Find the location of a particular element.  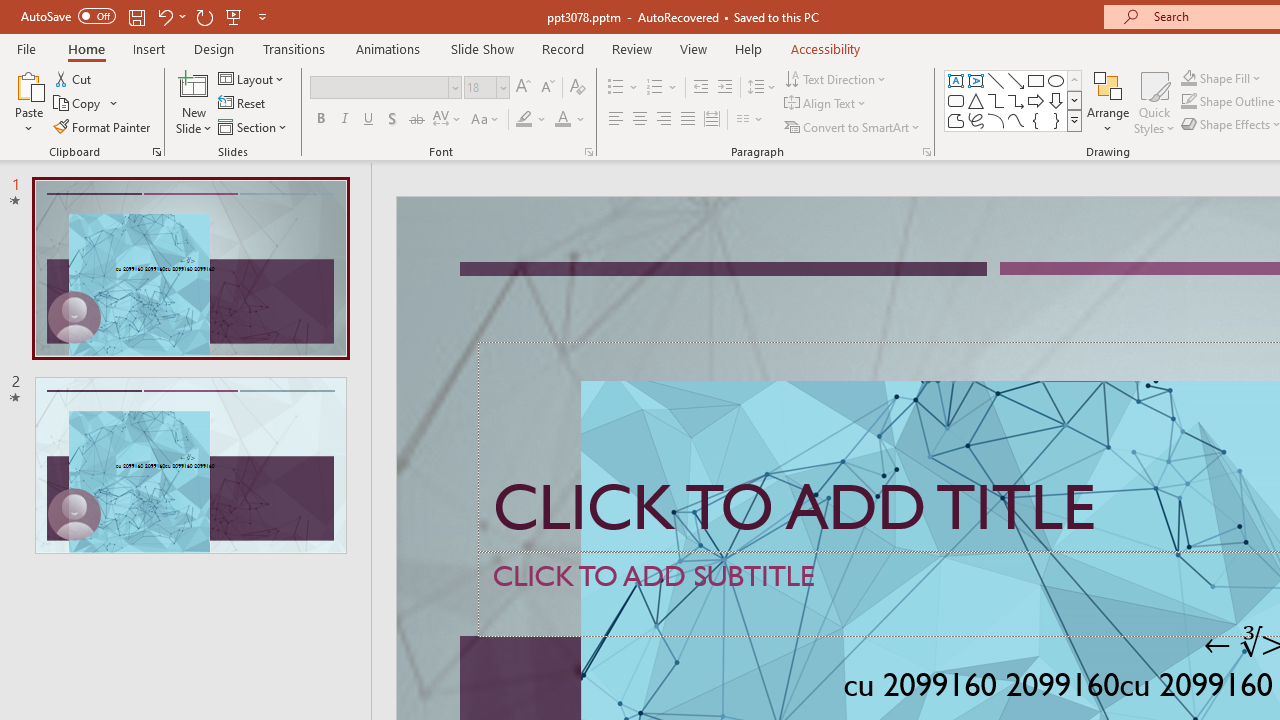

'Class: NetUIImage' is located at coordinates (1074, 120).